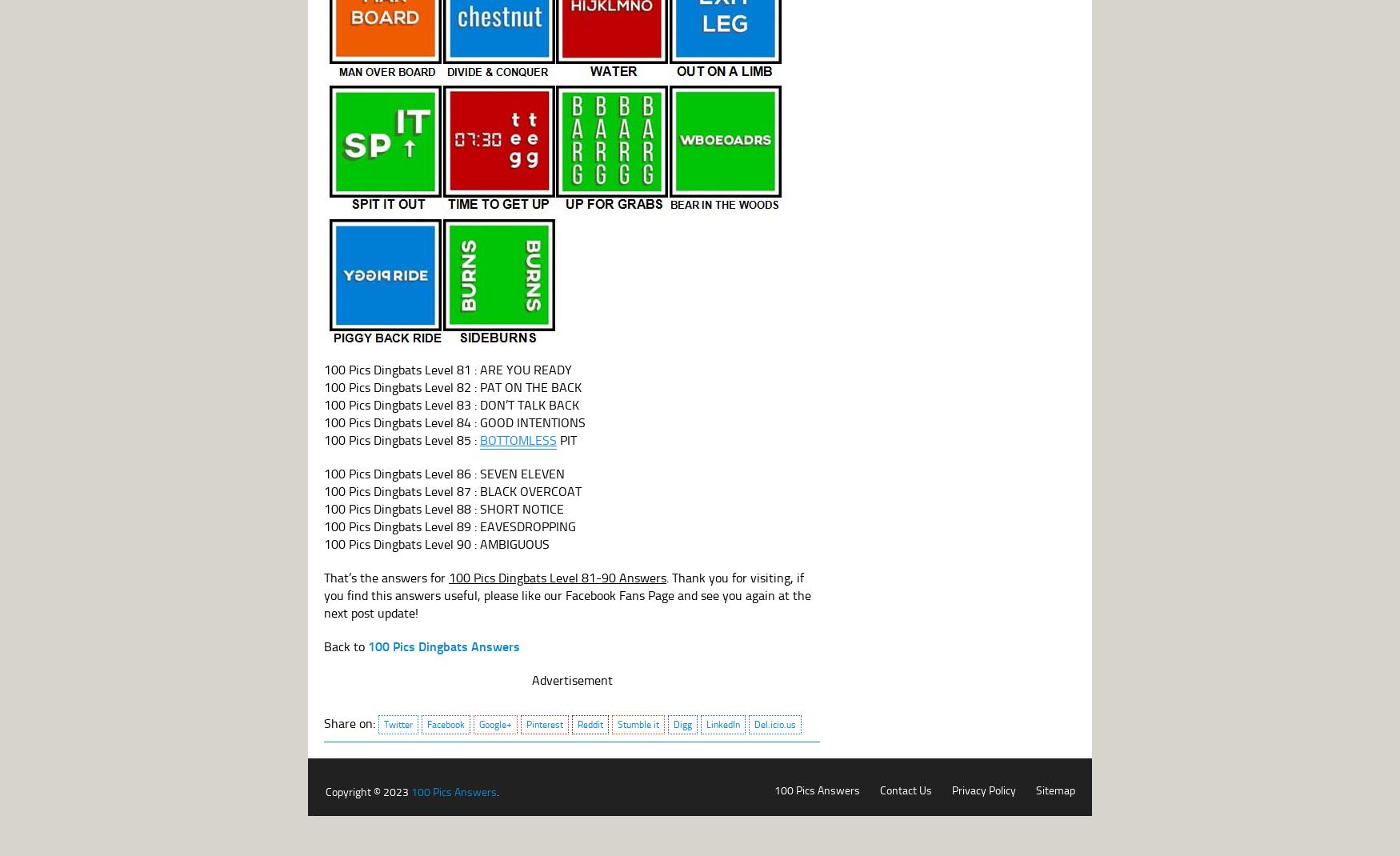 The height and width of the screenshot is (856, 1400). Describe the element at coordinates (322, 543) in the screenshot. I see `'100 Pics Dingbats Level 90 : AMBIGUOUS'` at that location.